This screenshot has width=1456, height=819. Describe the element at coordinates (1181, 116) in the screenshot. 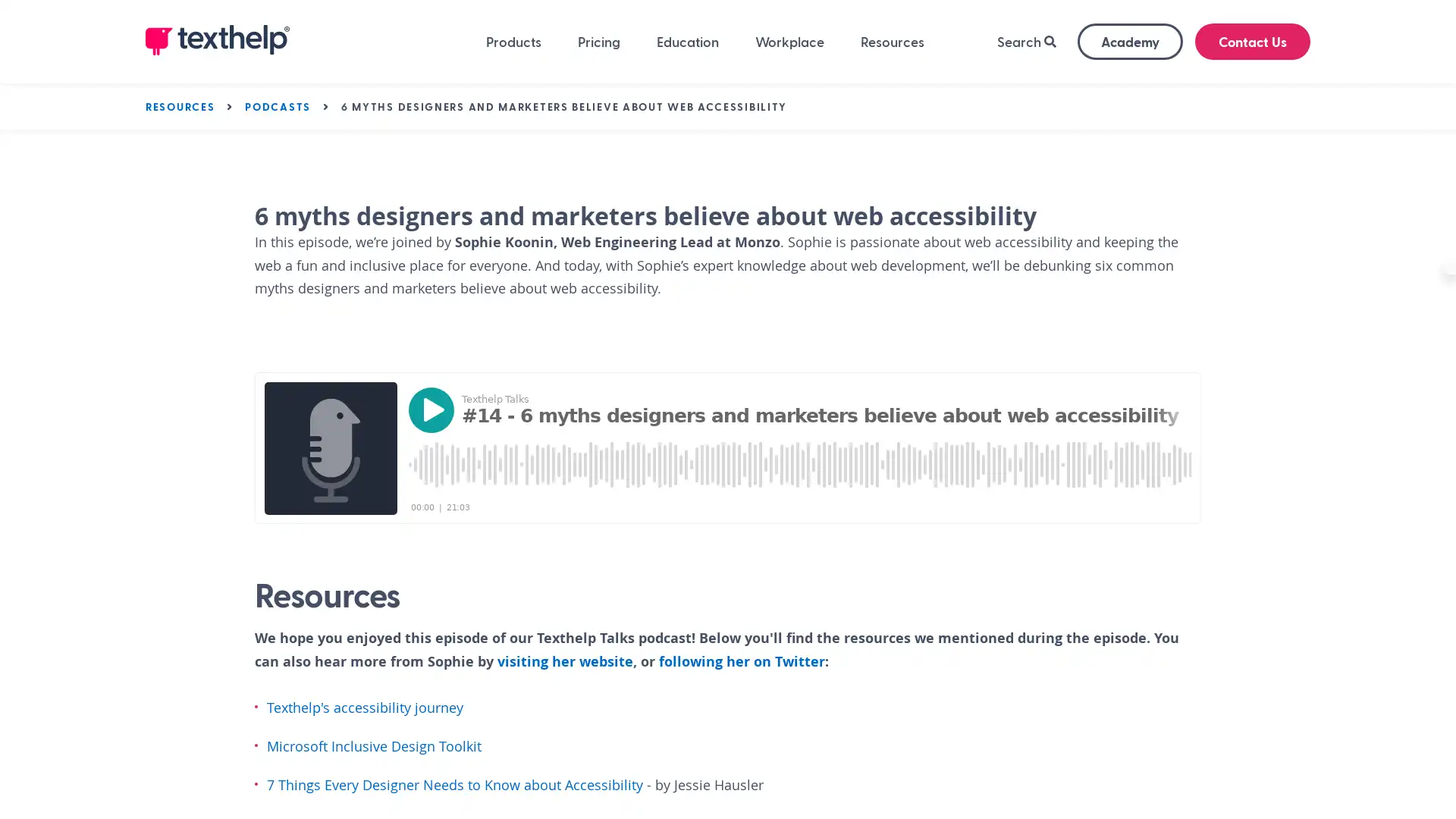

I see `Toggle Navigation` at that location.